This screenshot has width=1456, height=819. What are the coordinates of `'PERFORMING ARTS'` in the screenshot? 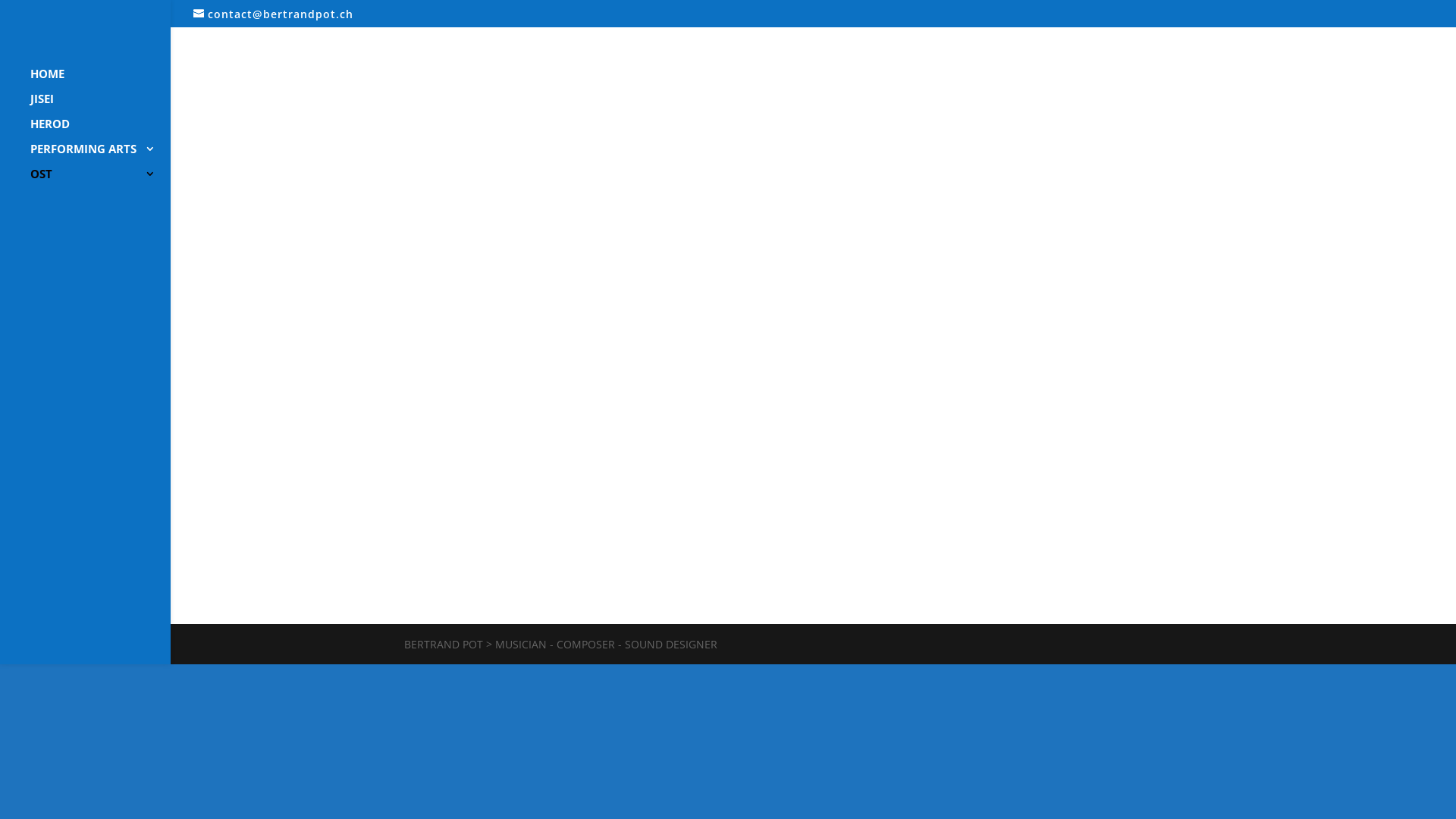 It's located at (99, 155).